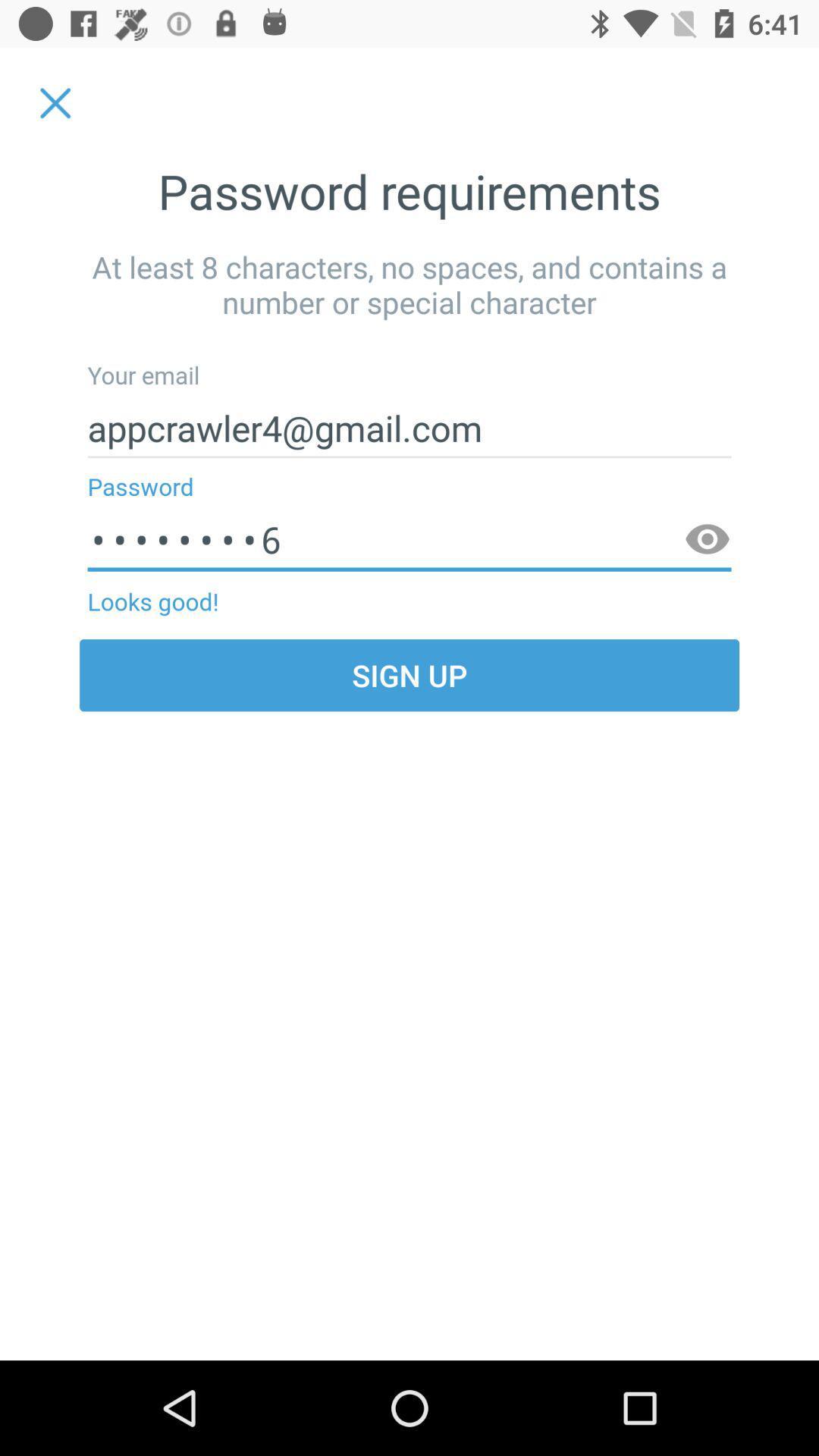 This screenshot has width=819, height=1456. What do you see at coordinates (708, 540) in the screenshot?
I see `app to the right of looks good! icon` at bounding box center [708, 540].